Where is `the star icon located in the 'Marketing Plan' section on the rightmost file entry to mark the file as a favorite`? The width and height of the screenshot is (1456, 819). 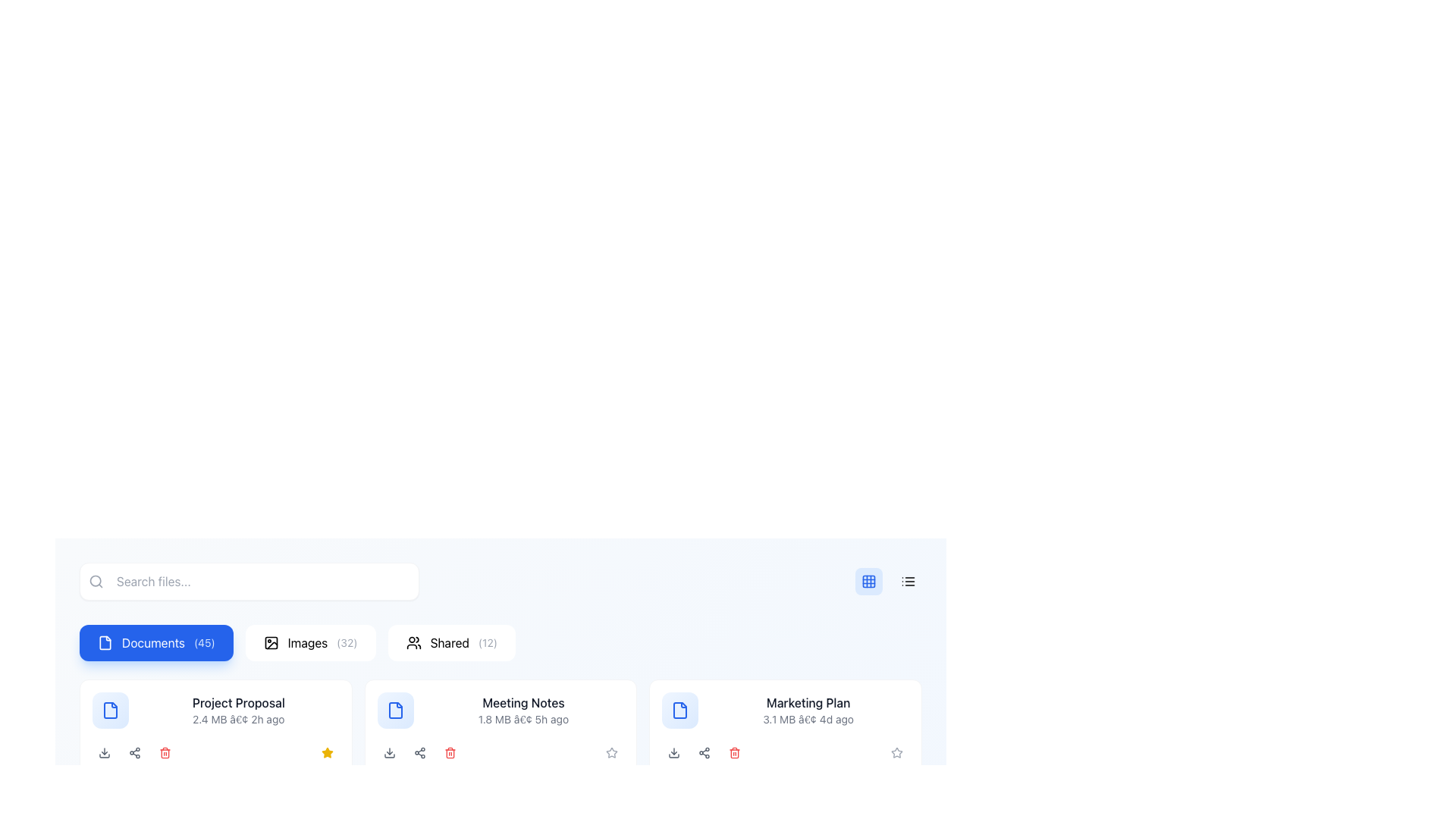
the star icon located in the 'Marketing Plan' section on the rightmost file entry to mark the file as a favorite is located at coordinates (612, 752).